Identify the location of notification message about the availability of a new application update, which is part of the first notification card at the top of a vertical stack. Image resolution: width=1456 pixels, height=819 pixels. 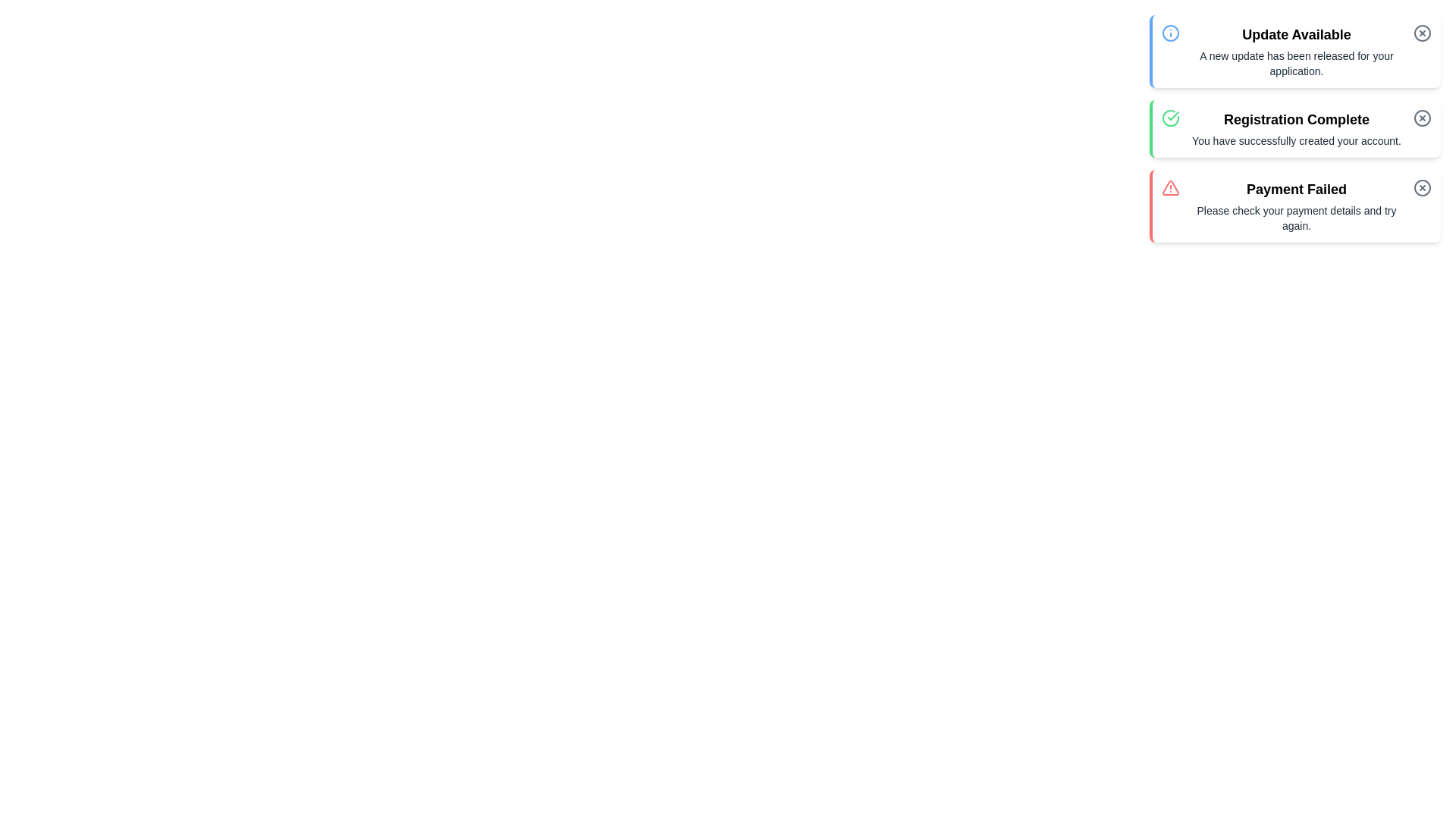
(1295, 51).